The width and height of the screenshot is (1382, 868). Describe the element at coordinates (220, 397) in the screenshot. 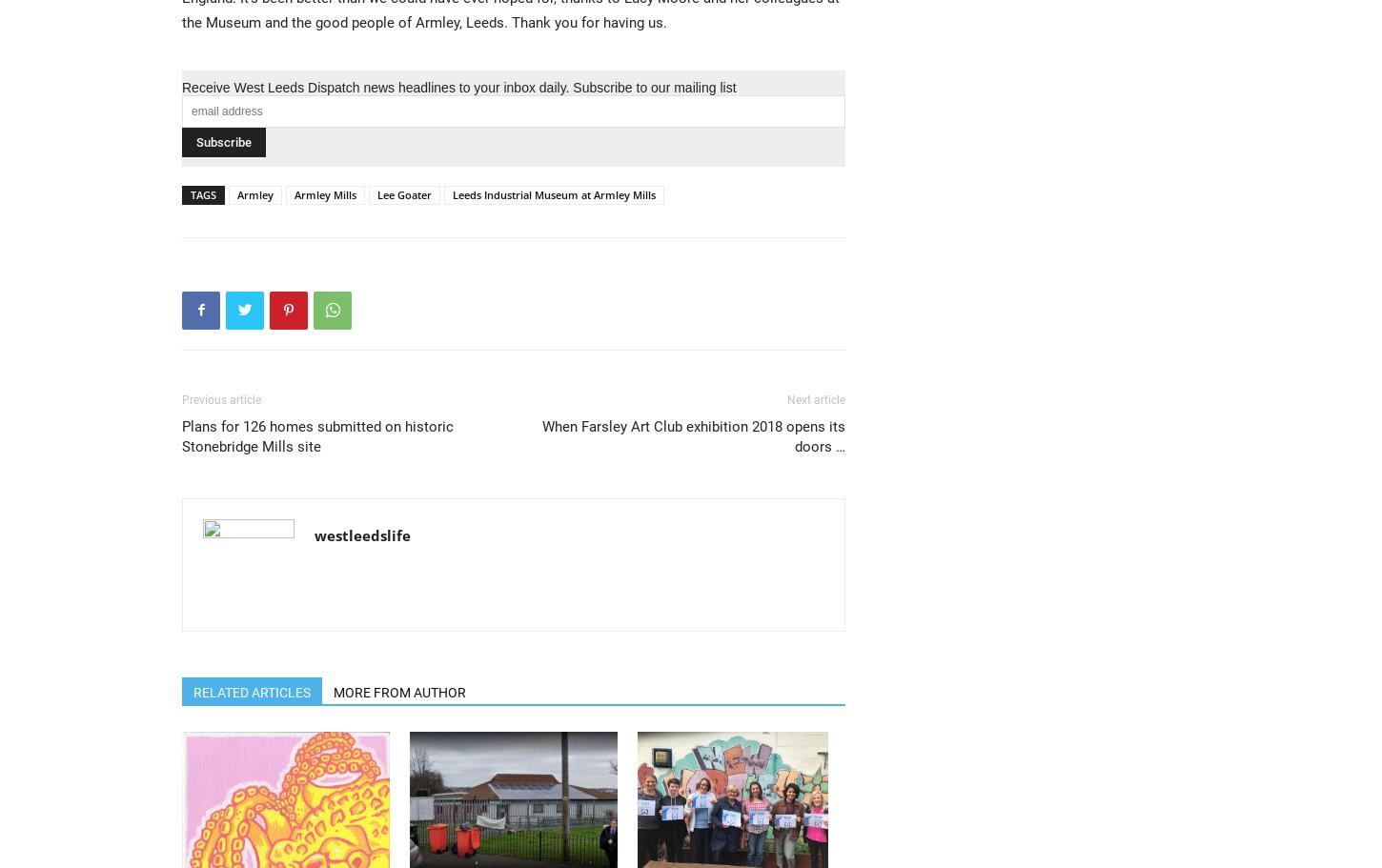

I see `'Previous article'` at that location.